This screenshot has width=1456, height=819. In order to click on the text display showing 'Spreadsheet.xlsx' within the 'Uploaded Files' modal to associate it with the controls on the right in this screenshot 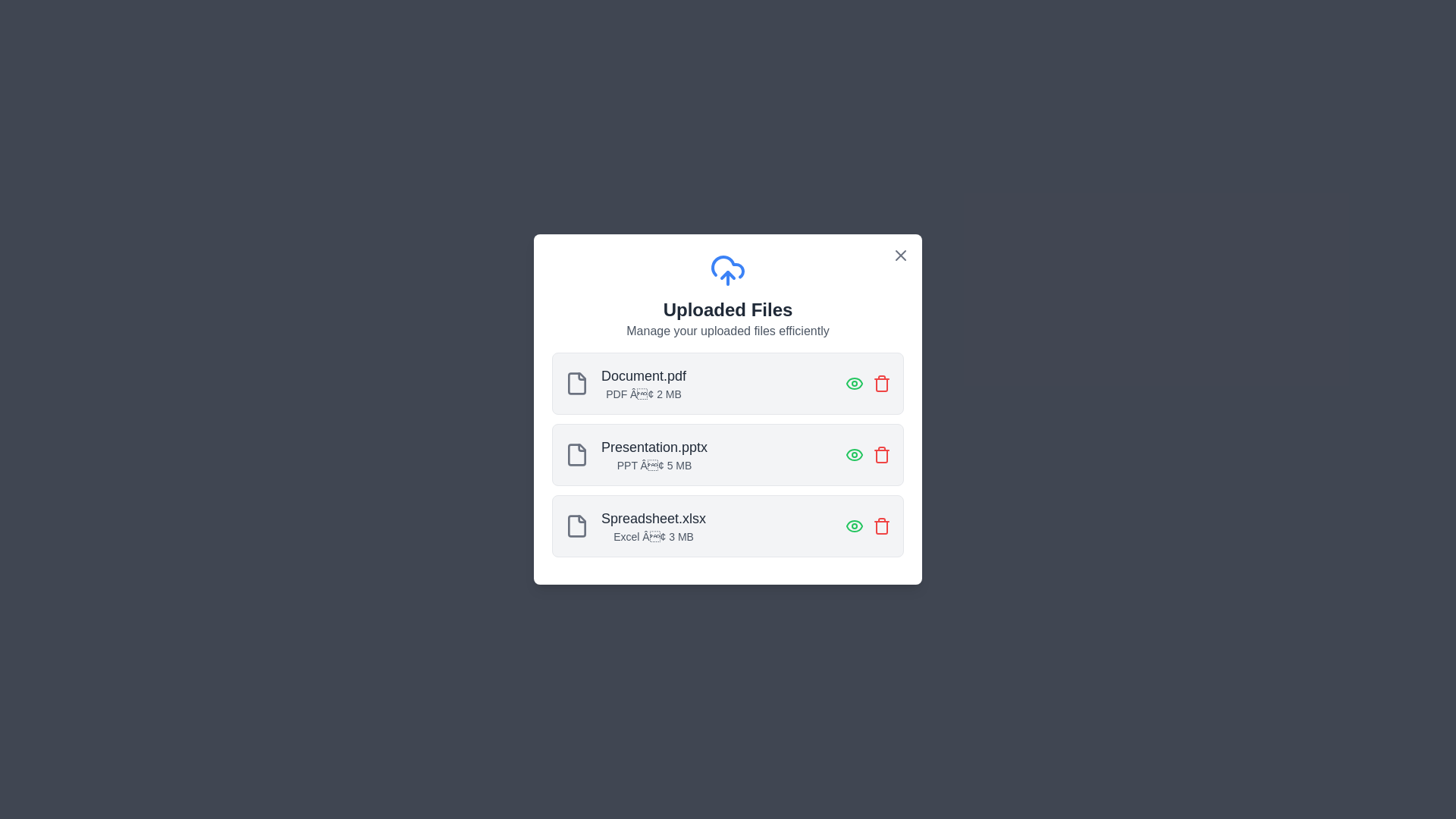, I will do `click(654, 526)`.